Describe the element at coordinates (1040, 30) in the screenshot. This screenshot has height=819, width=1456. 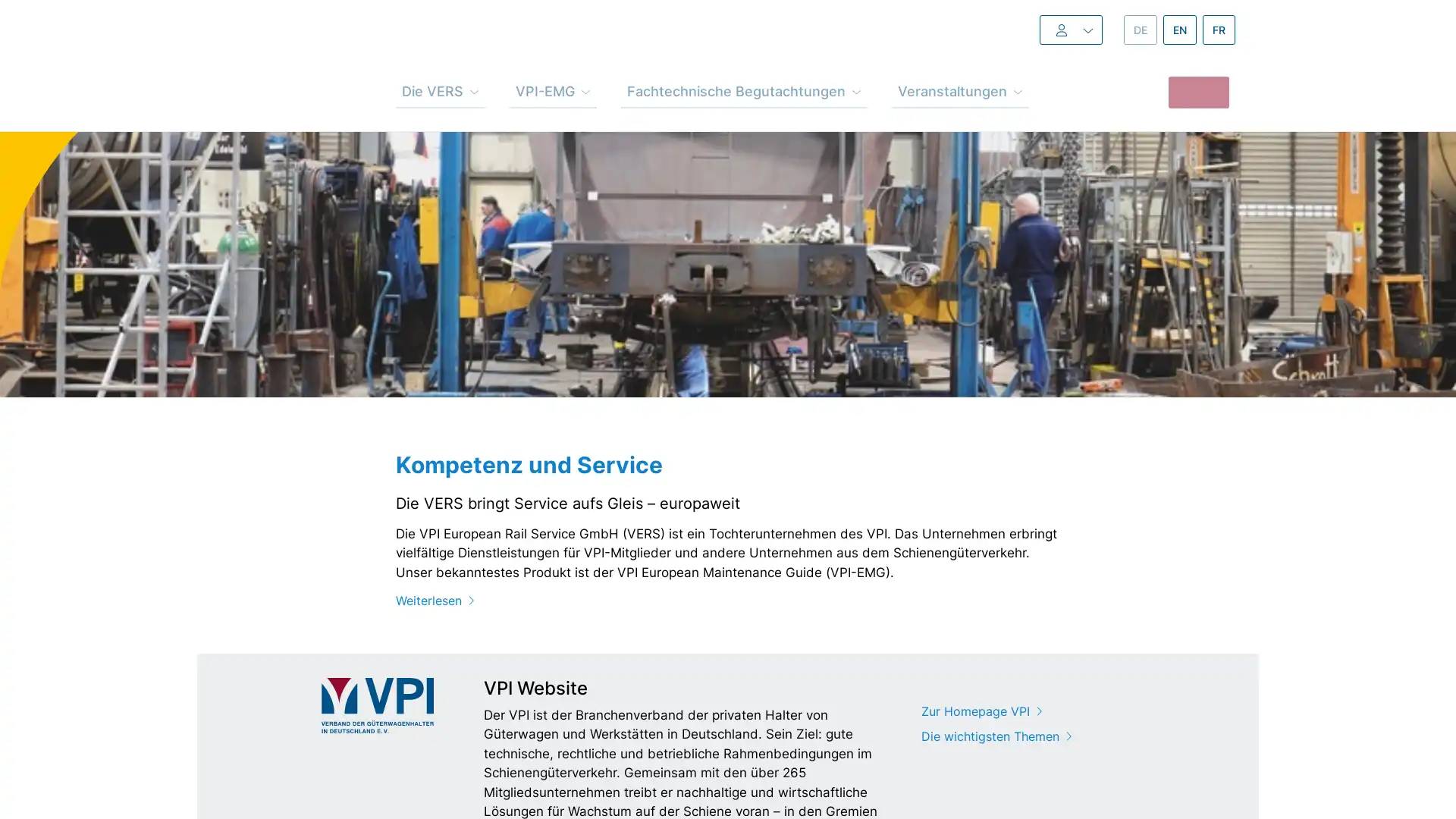
I see `Login` at that location.